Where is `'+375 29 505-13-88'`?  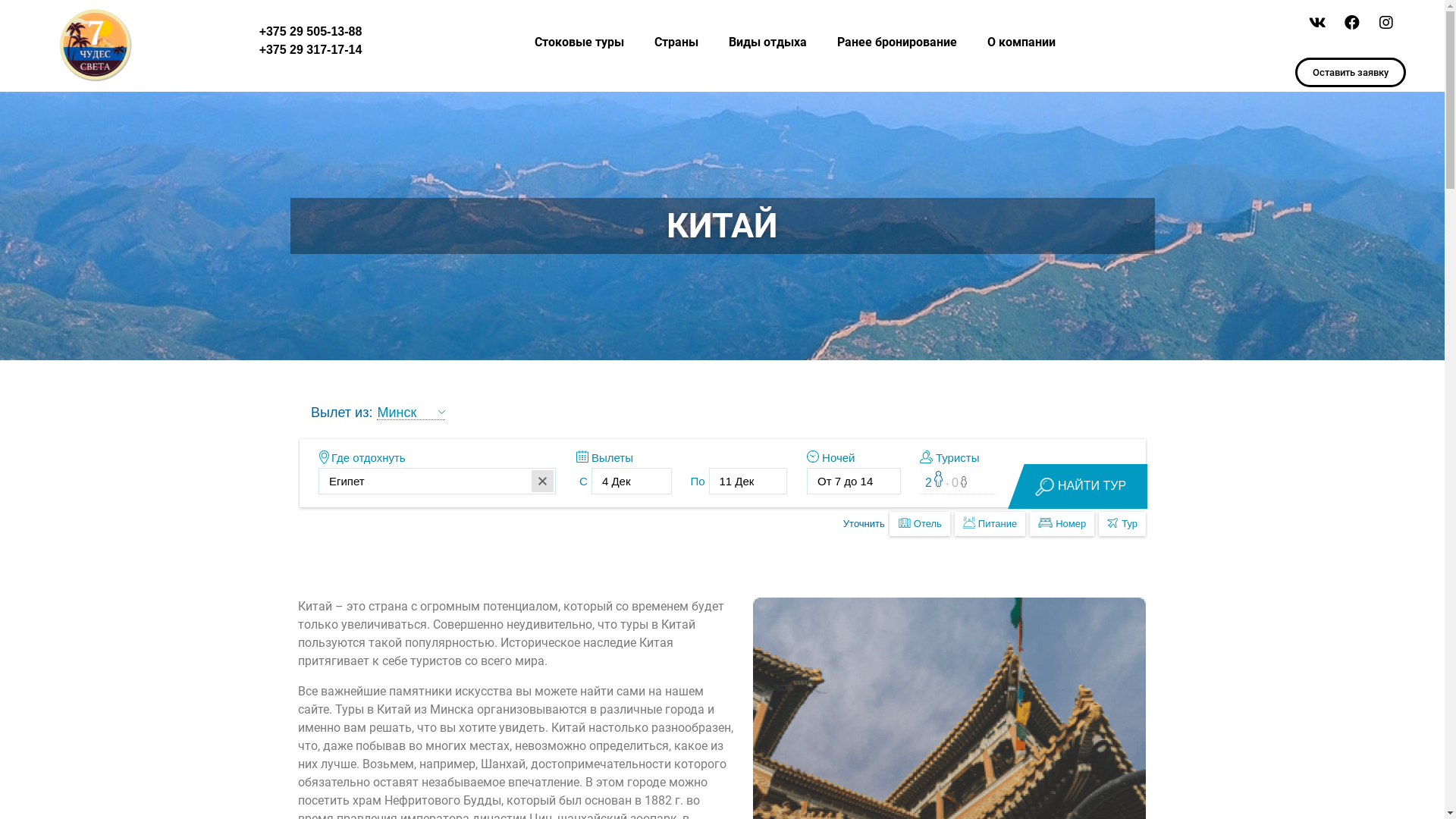
'+375 29 505-13-88' is located at coordinates (259, 31).